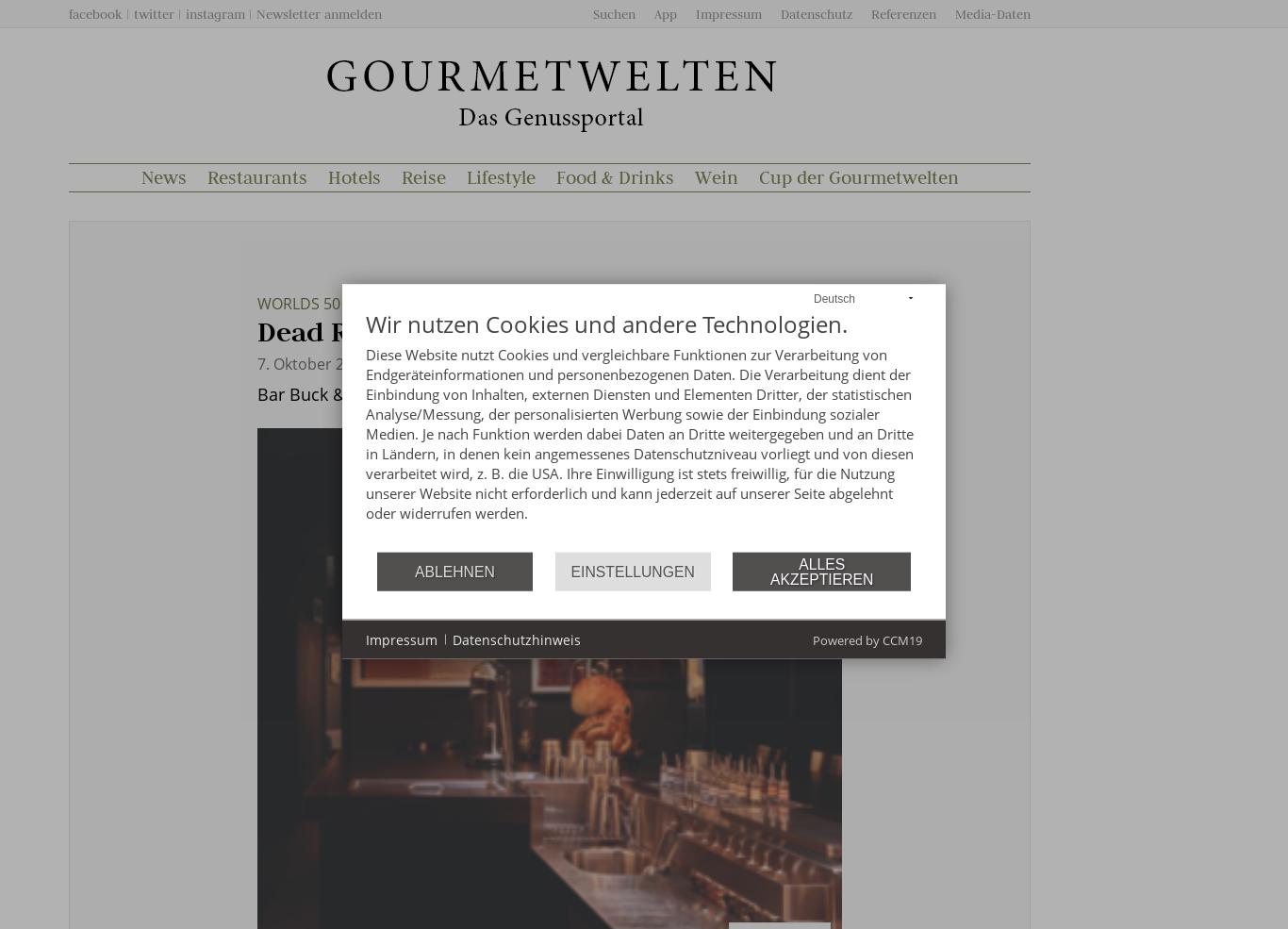 The height and width of the screenshot is (929, 1288). Describe the element at coordinates (453, 332) in the screenshot. I see `'Dead Rabbit in New York No 1'` at that location.